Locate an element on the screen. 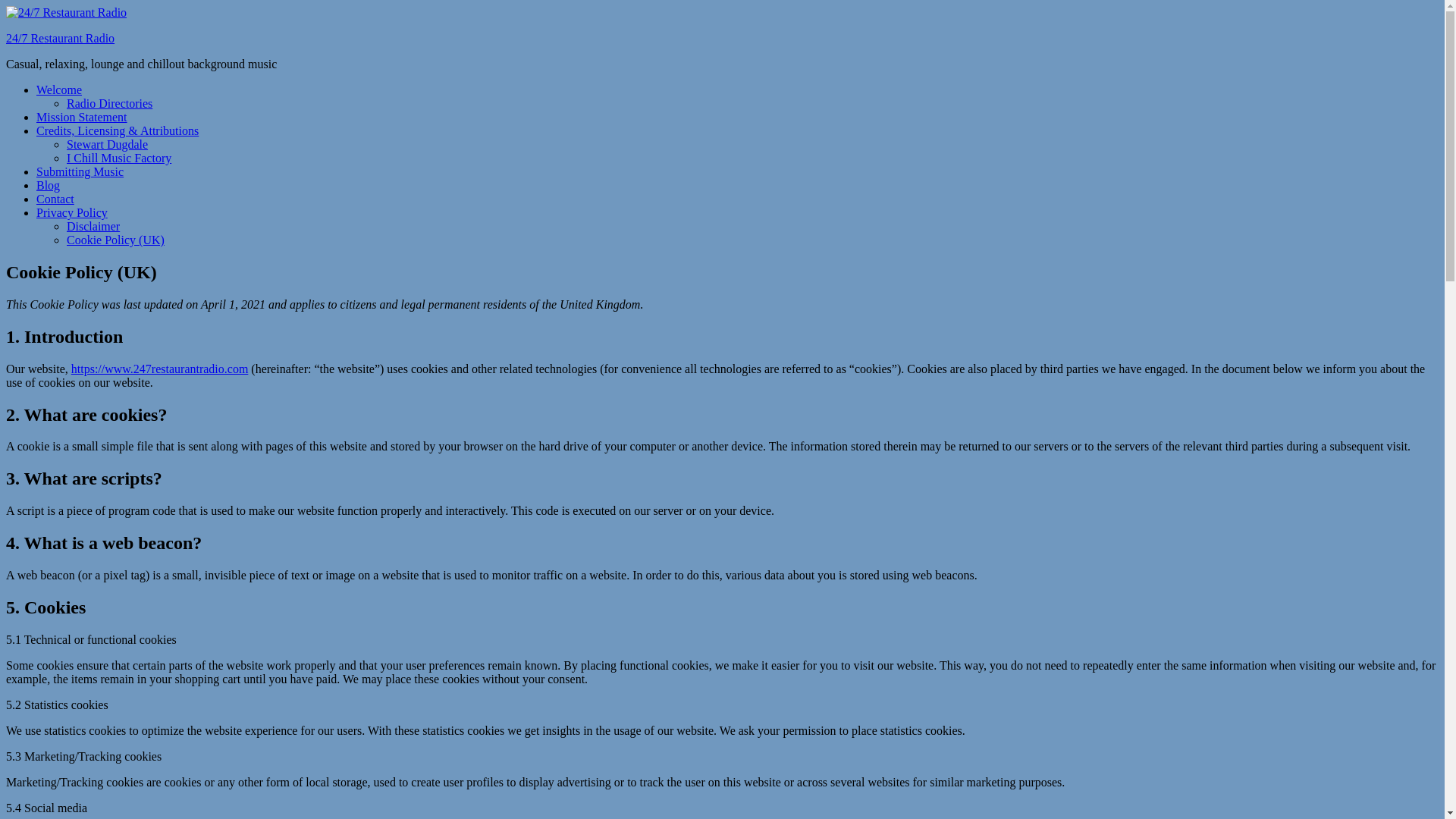 The image size is (1456, 819). 'I Chill Music Factory' is located at coordinates (118, 158).